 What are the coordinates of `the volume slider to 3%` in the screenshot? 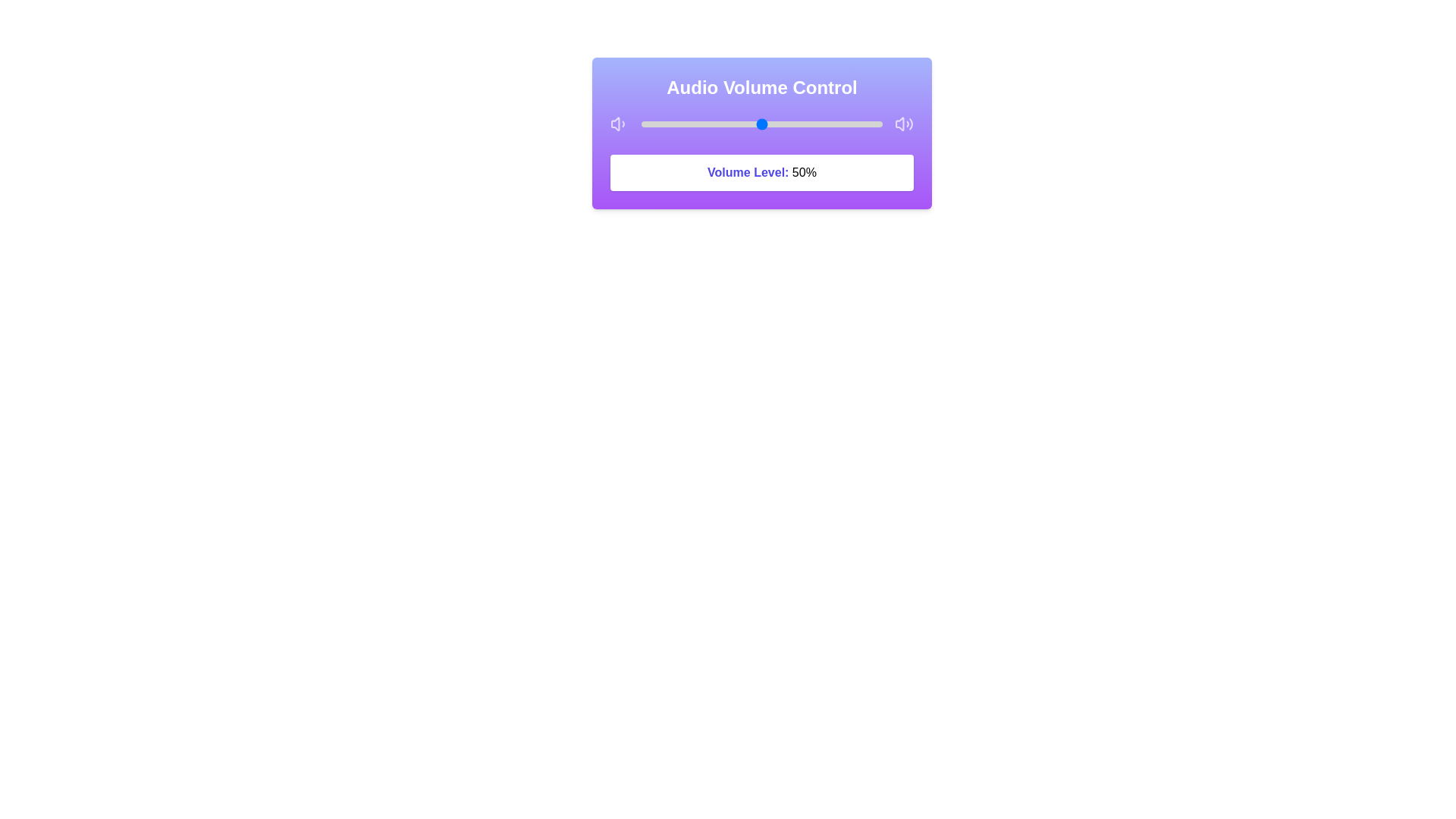 It's located at (648, 124).